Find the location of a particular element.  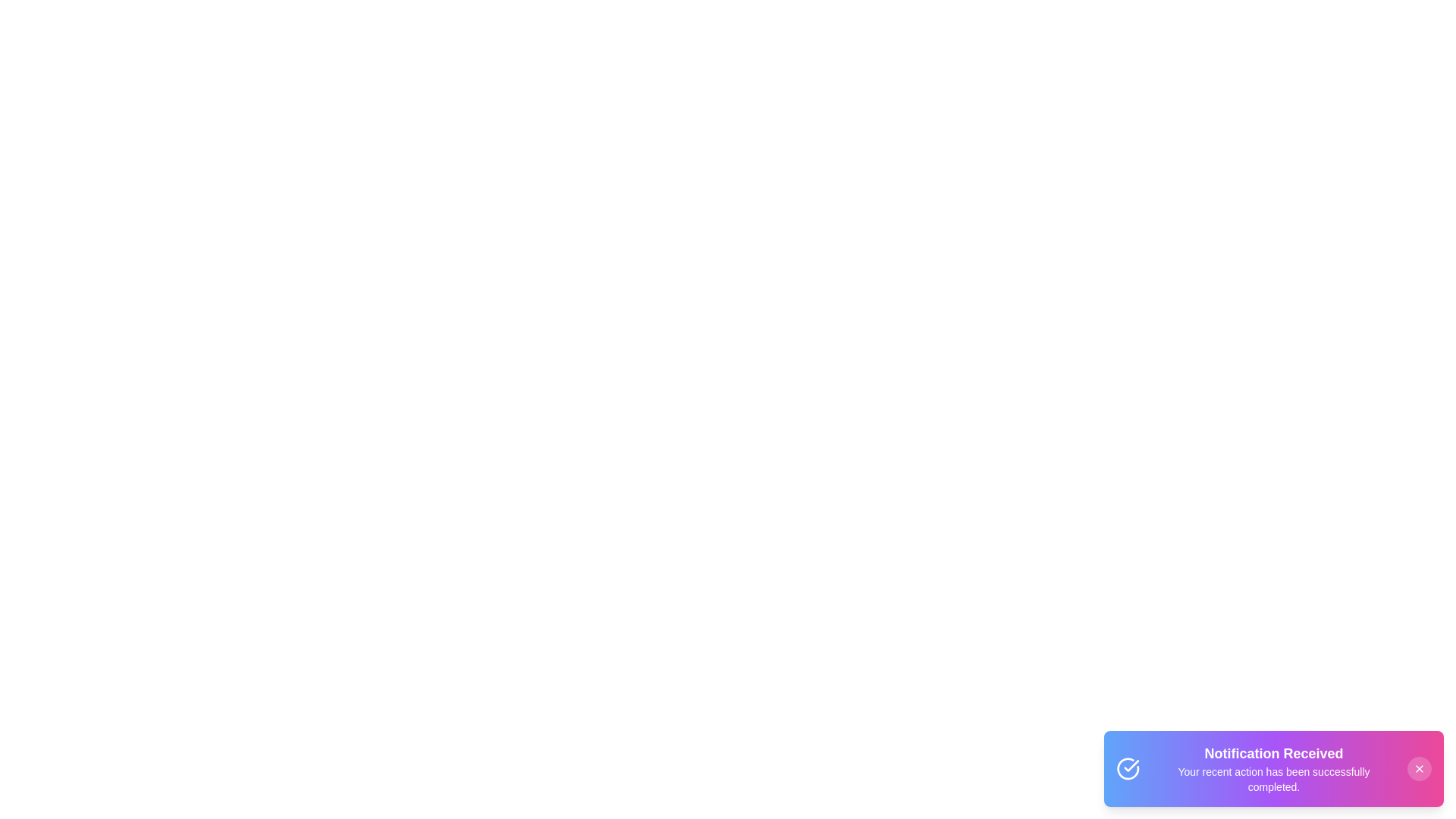

close button on the notification to dismiss it is located at coordinates (1419, 769).